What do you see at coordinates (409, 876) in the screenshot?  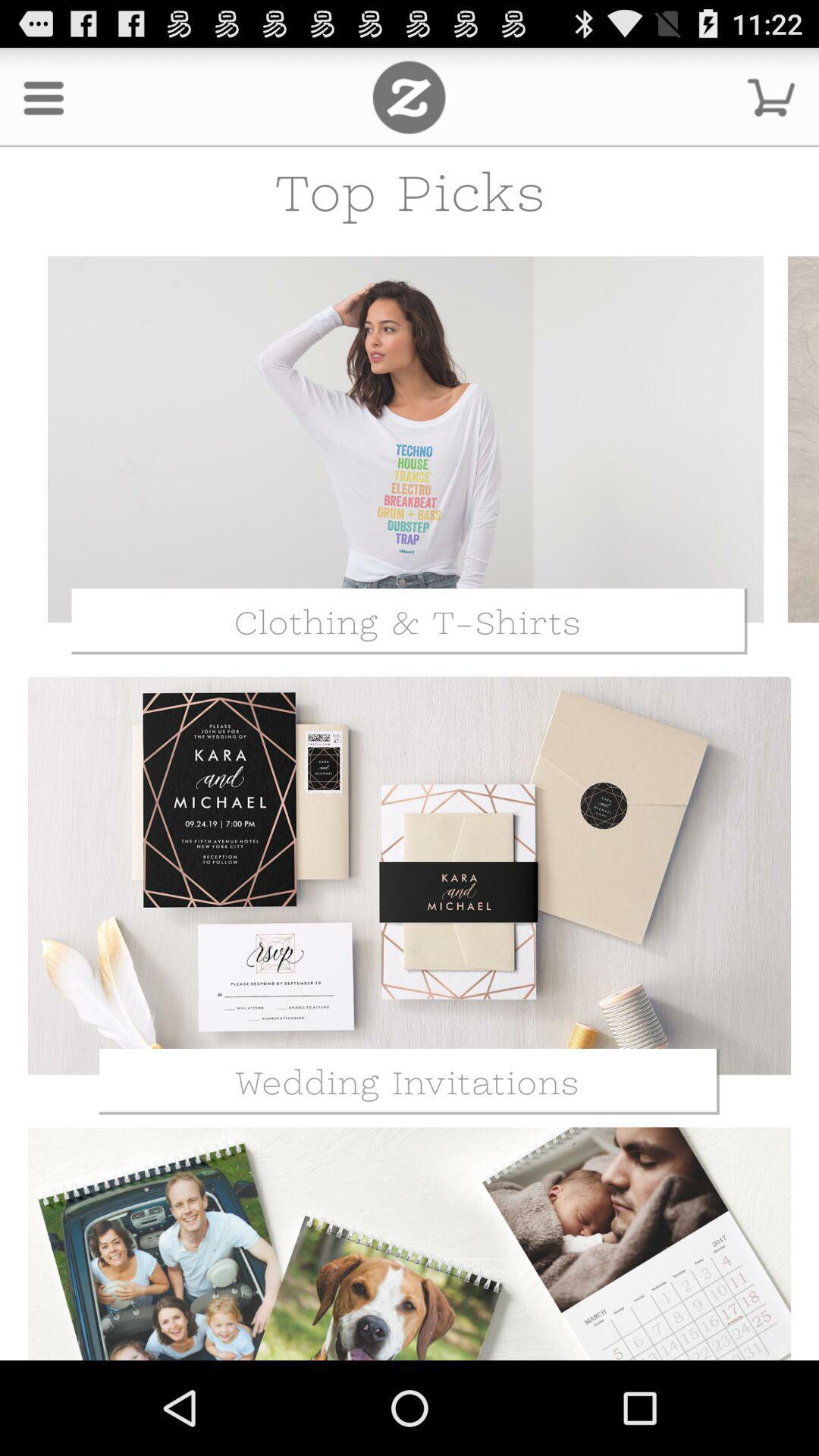 I see `the second image` at bounding box center [409, 876].